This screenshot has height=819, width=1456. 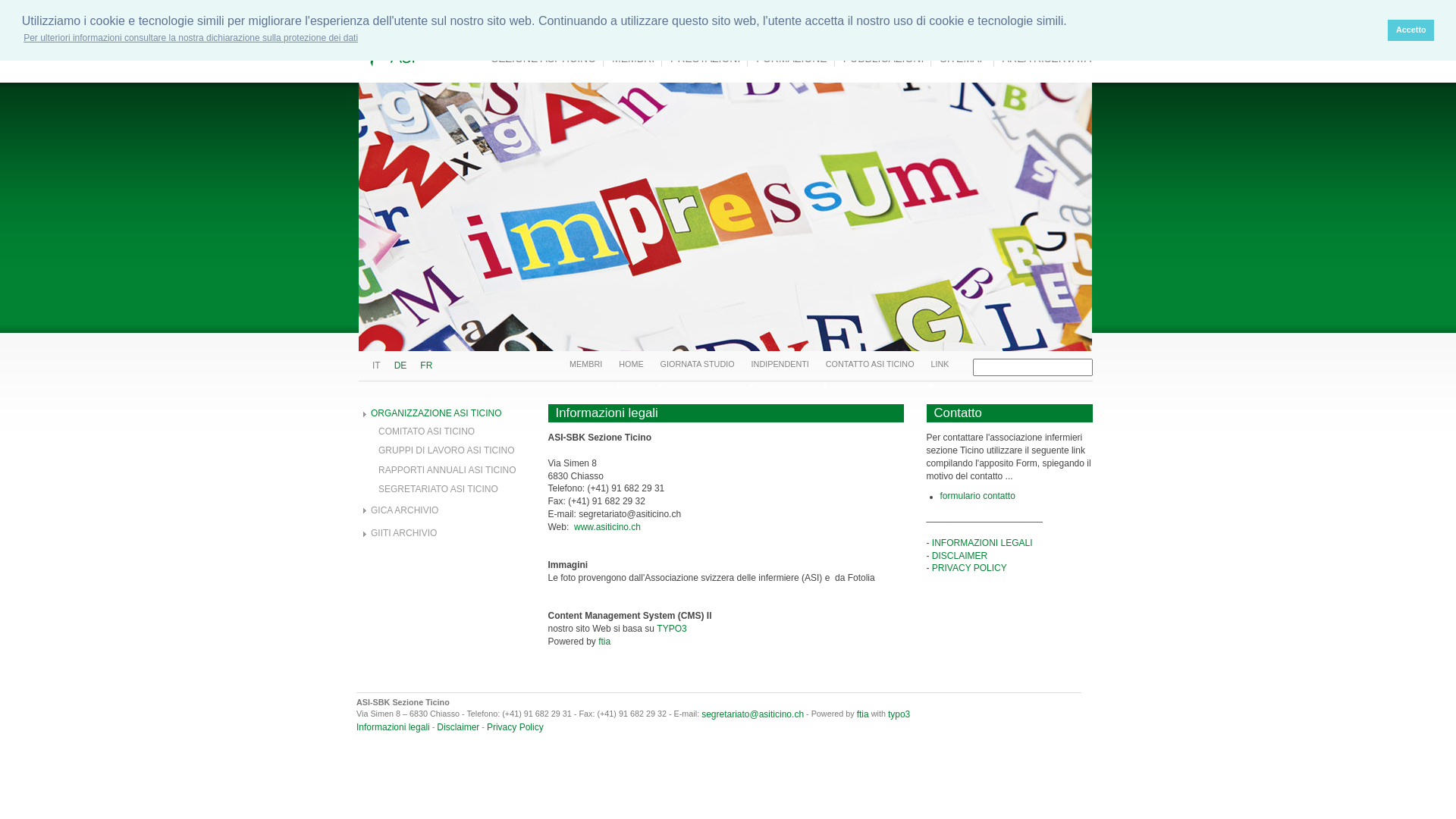 I want to click on 'COMITATO ASI TICINO', so click(x=425, y=431).